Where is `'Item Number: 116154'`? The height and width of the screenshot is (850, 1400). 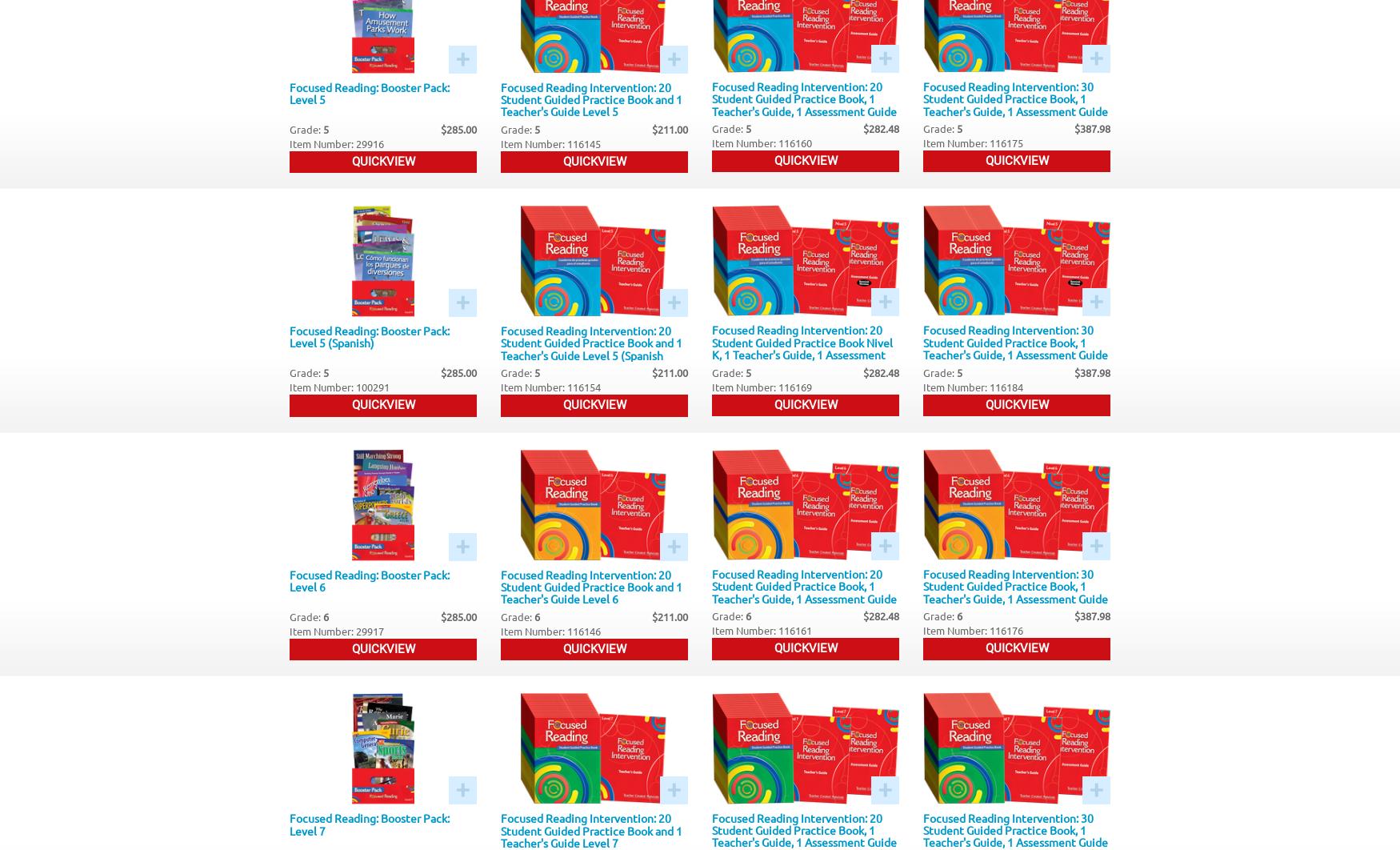 'Item Number: 116154' is located at coordinates (500, 386).